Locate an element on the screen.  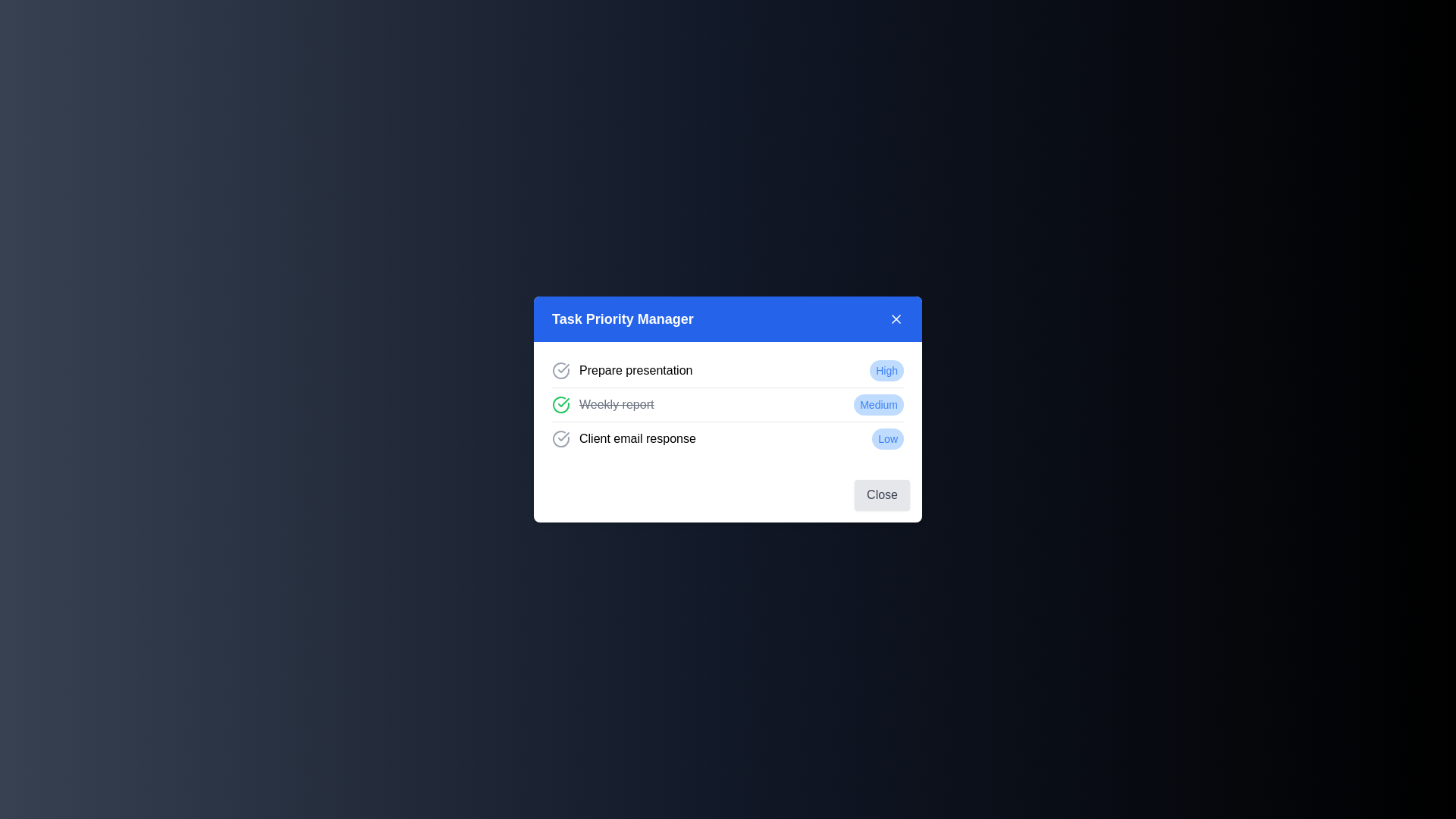
the text label 'Prepare presentation' is located at coordinates (635, 371).